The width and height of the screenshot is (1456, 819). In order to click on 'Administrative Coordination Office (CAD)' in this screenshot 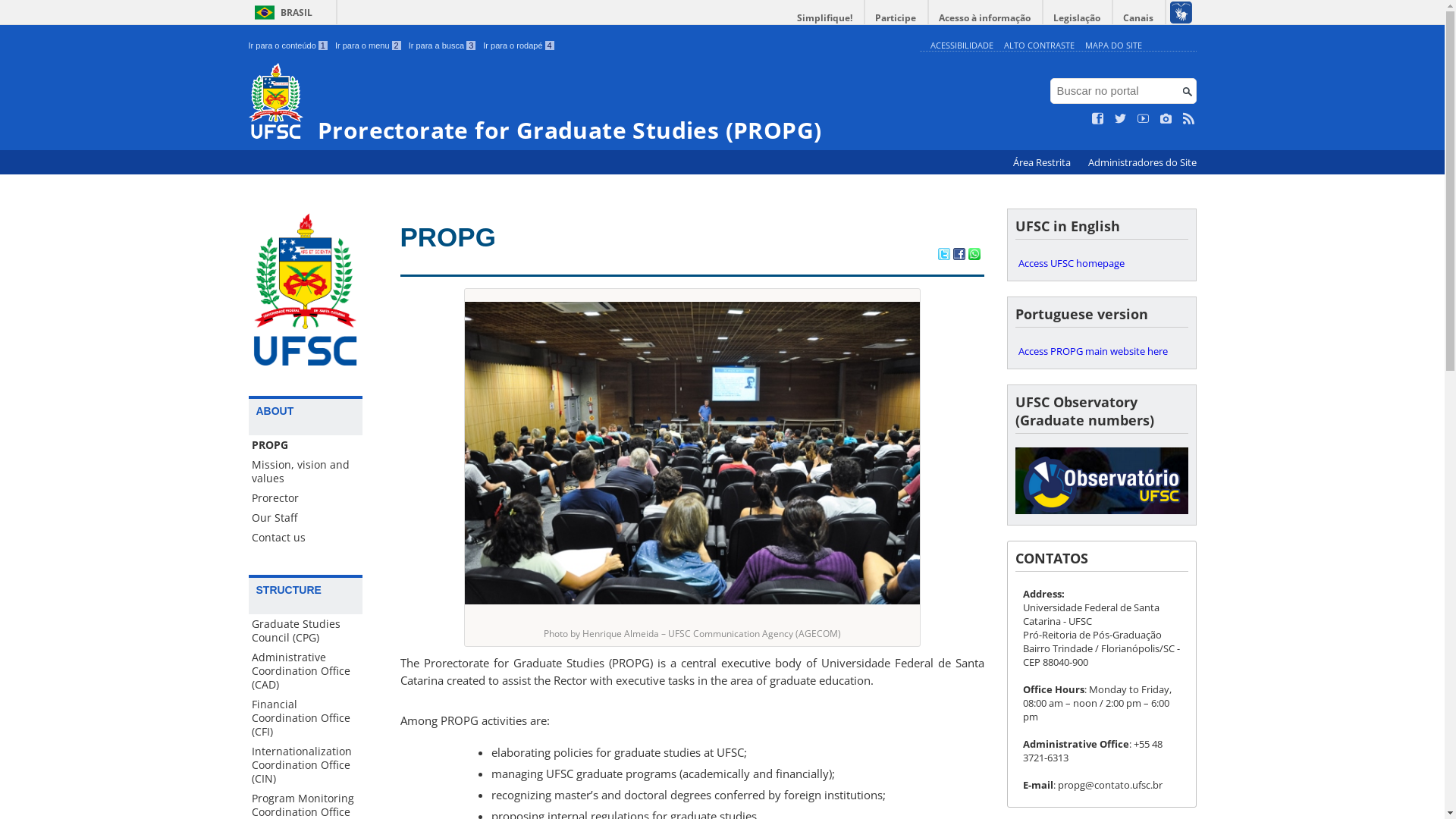, I will do `click(305, 670)`.